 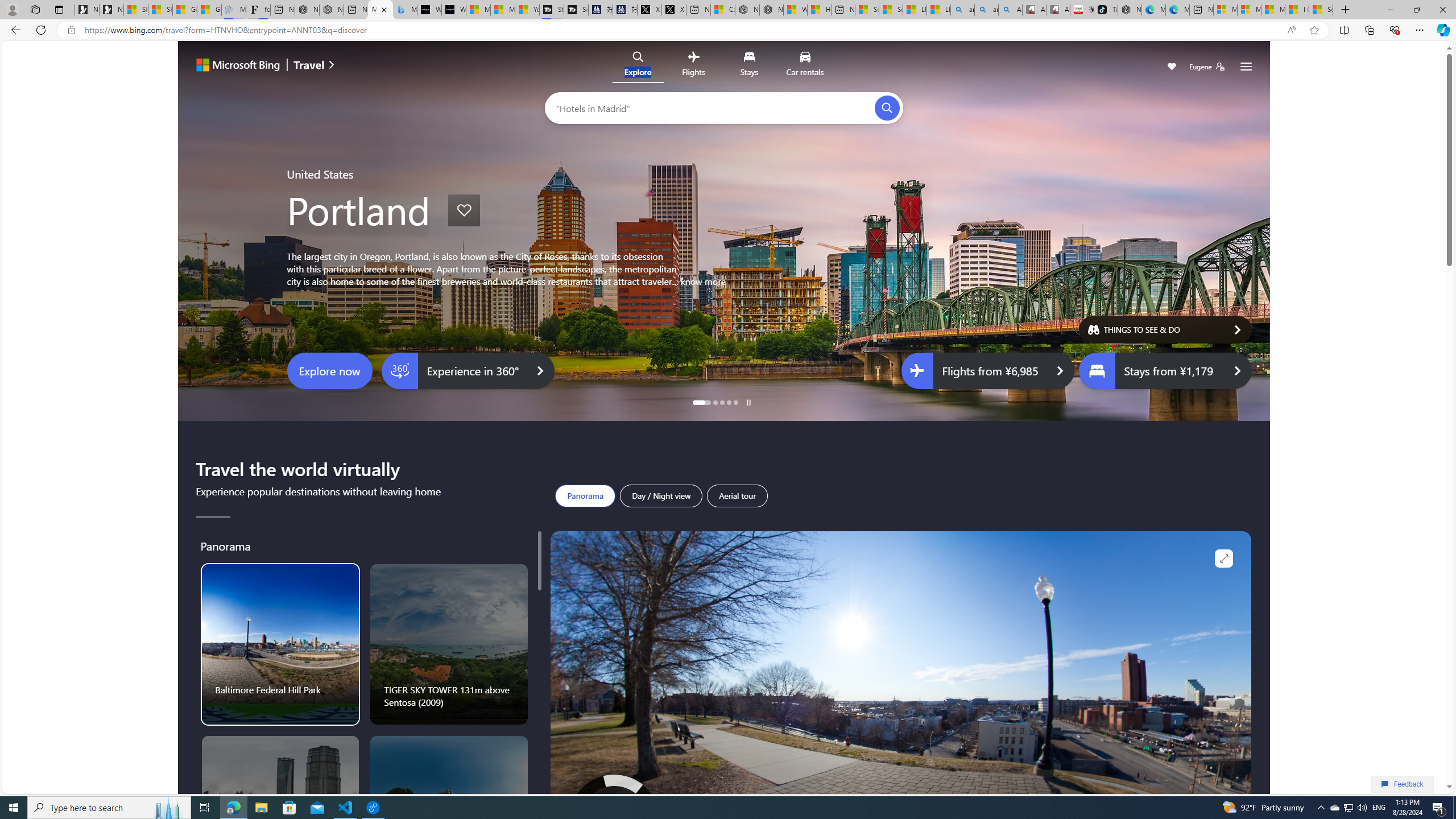 I want to click on 'Microsoft Start', so click(x=1272, y=9).